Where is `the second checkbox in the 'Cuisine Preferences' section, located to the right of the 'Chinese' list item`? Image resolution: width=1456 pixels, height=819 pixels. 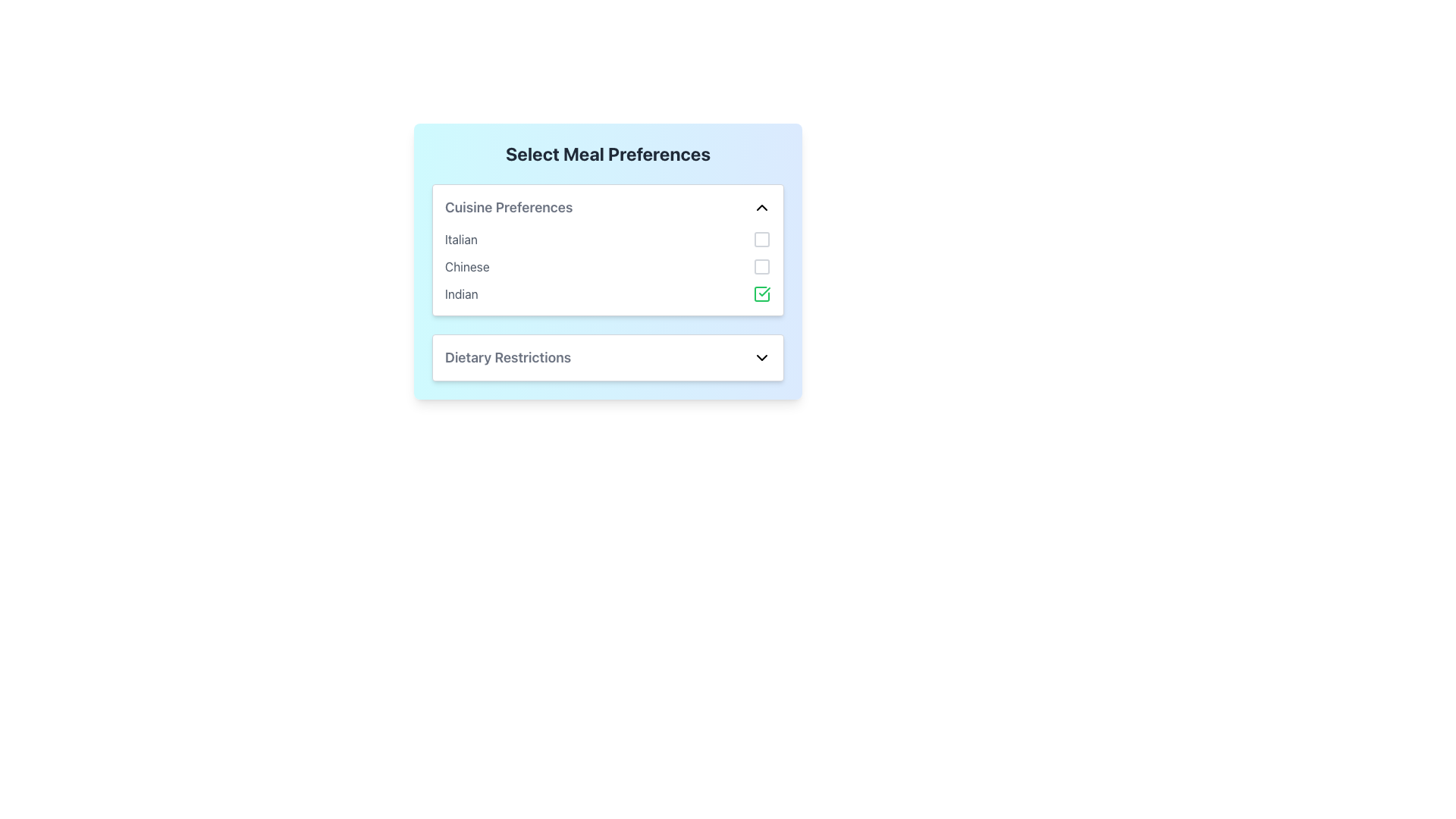
the second checkbox in the 'Cuisine Preferences' section, located to the right of the 'Chinese' list item is located at coordinates (761, 265).